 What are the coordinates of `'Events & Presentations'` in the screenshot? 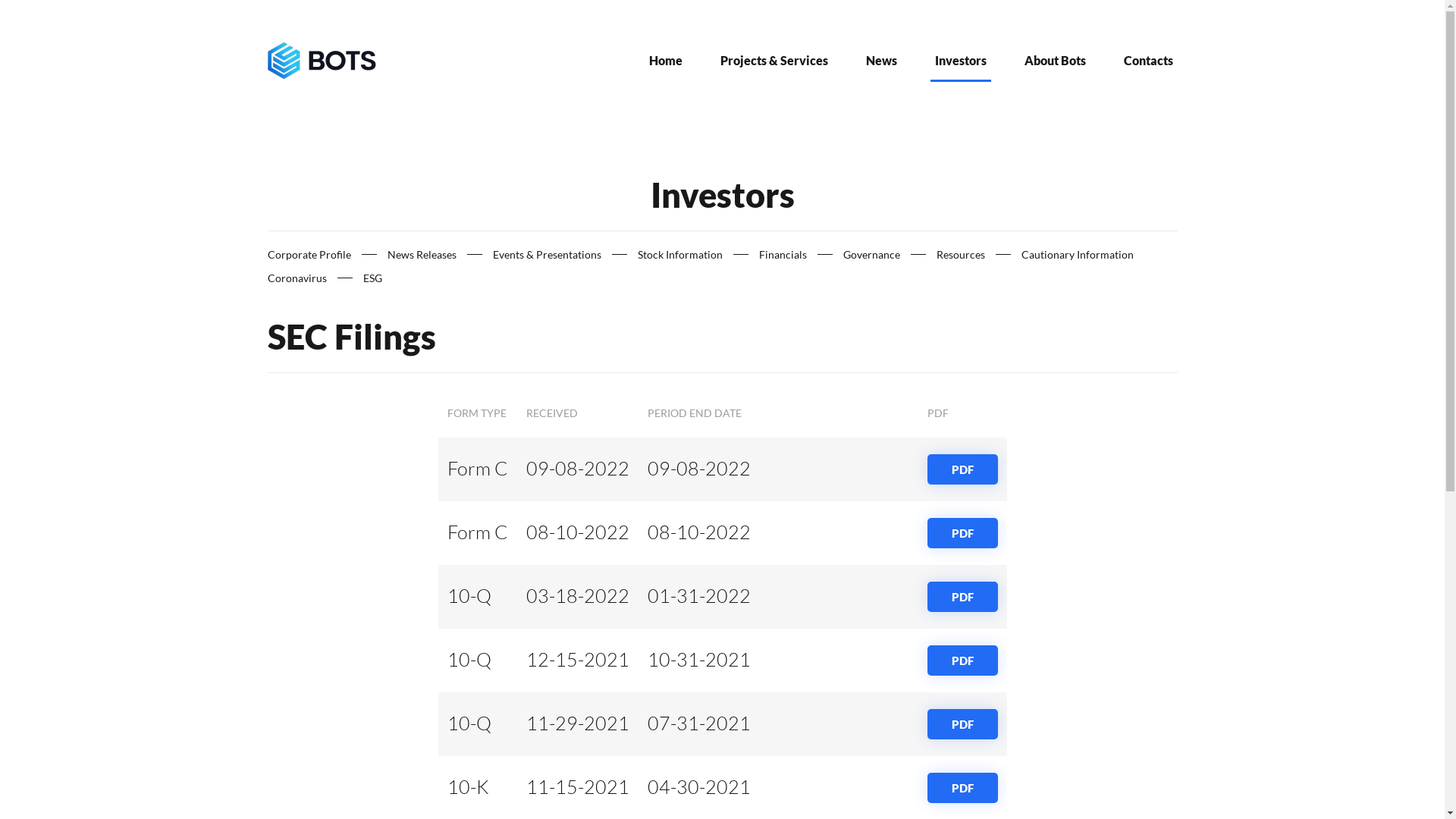 It's located at (492, 253).